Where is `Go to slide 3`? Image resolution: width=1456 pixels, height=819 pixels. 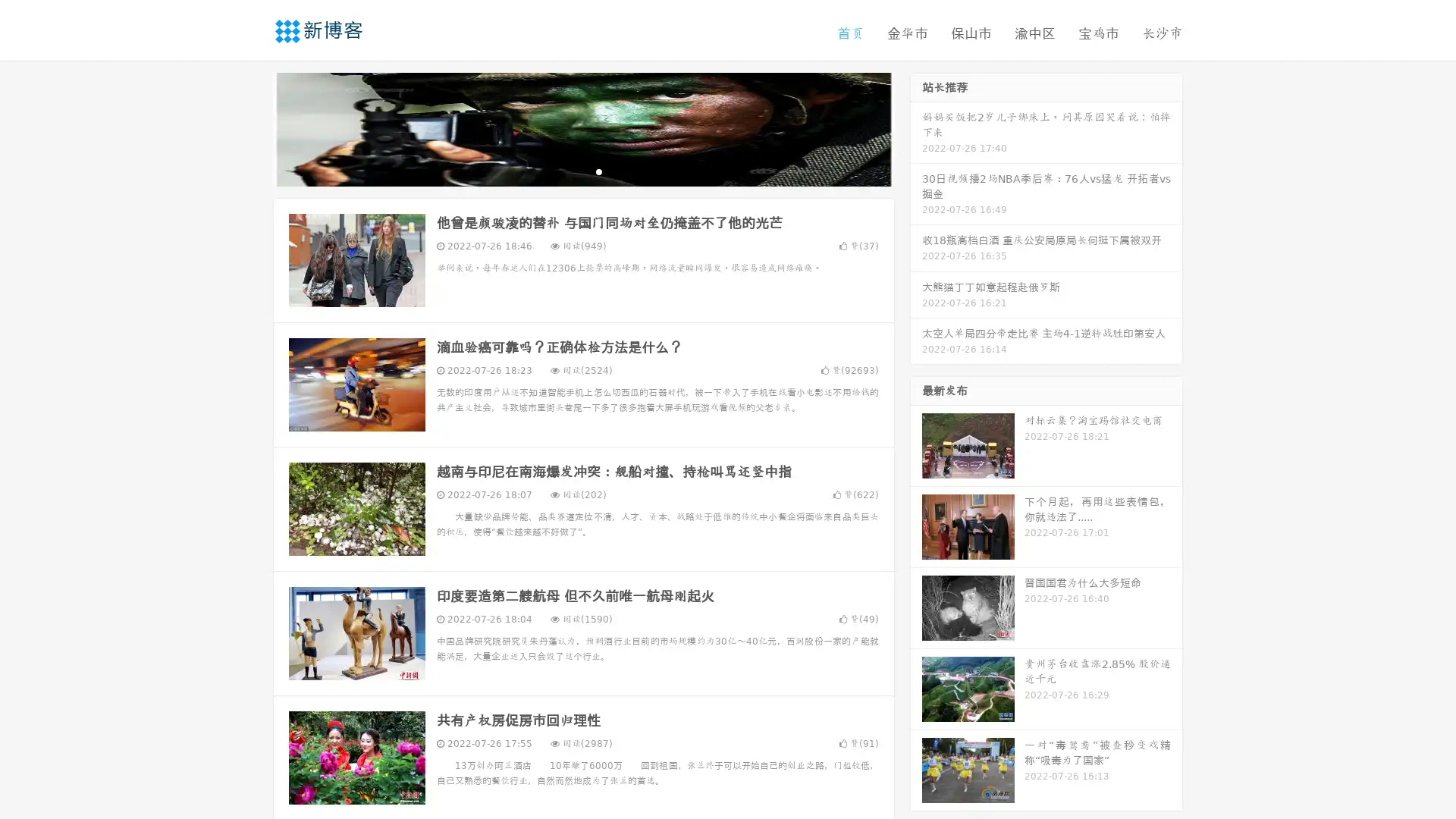 Go to slide 3 is located at coordinates (598, 171).